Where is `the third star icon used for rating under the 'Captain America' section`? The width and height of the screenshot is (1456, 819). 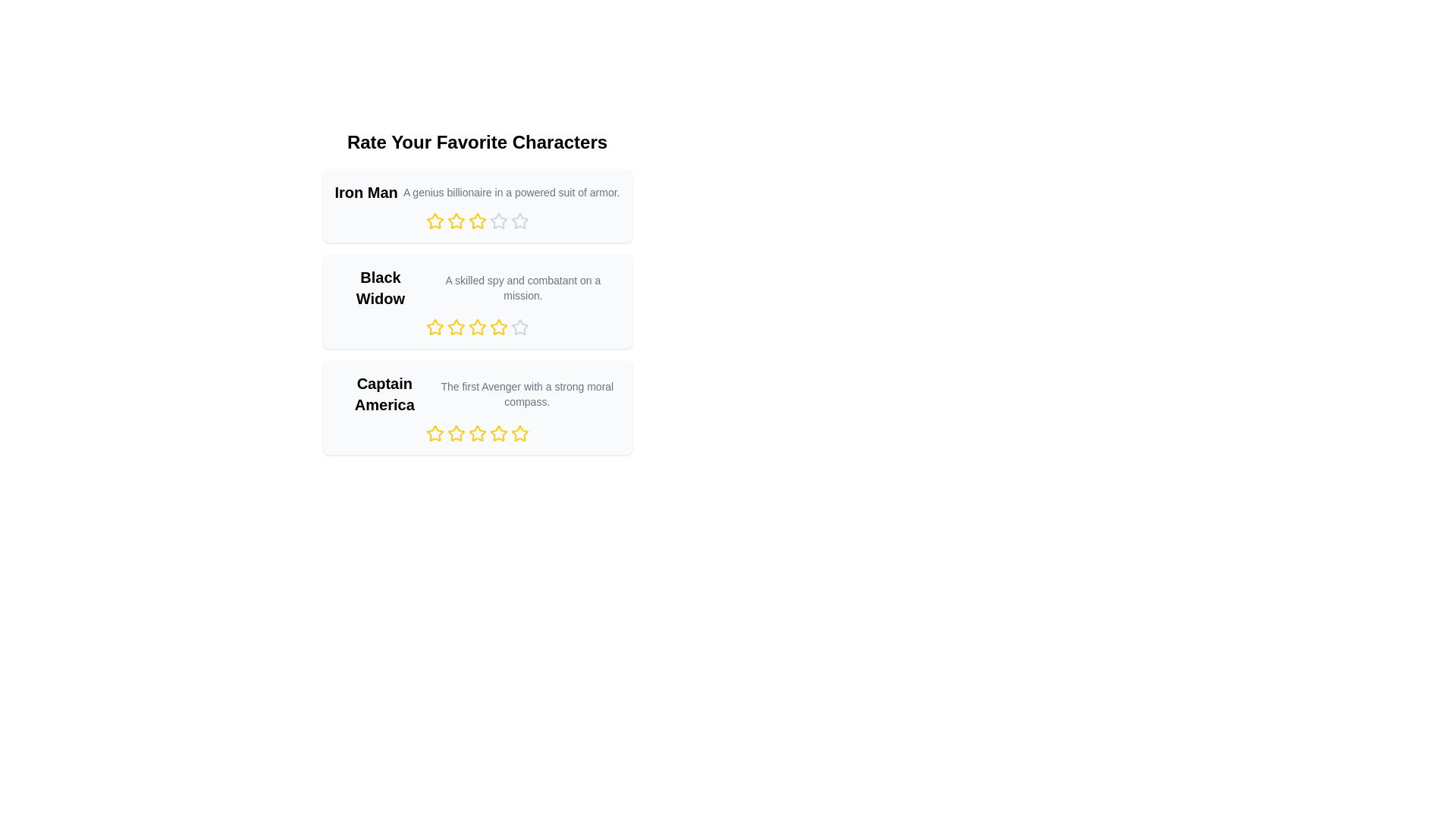 the third star icon used for rating under the 'Captain America' section is located at coordinates (476, 433).